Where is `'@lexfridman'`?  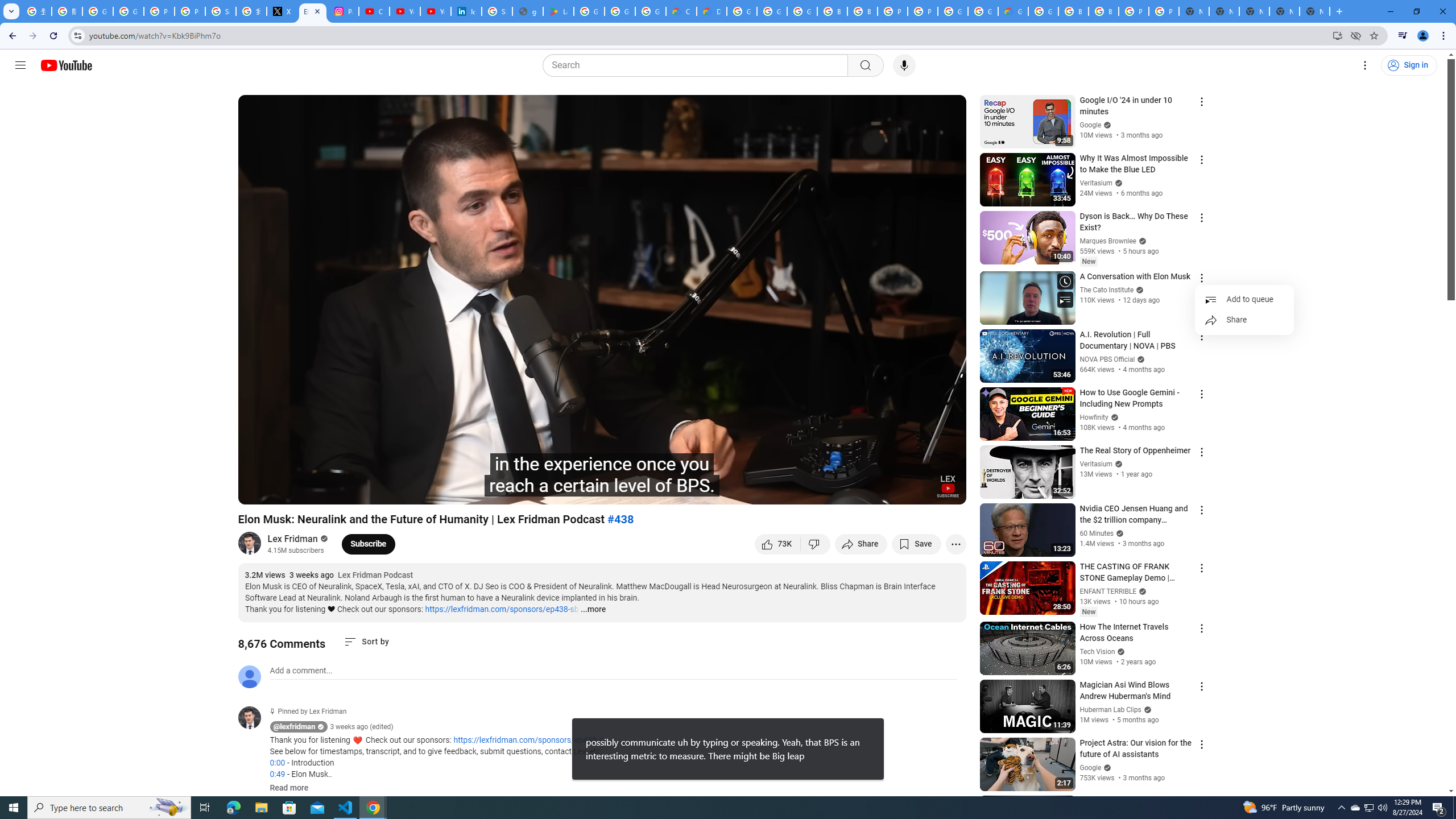 '@lexfridman' is located at coordinates (253, 717).